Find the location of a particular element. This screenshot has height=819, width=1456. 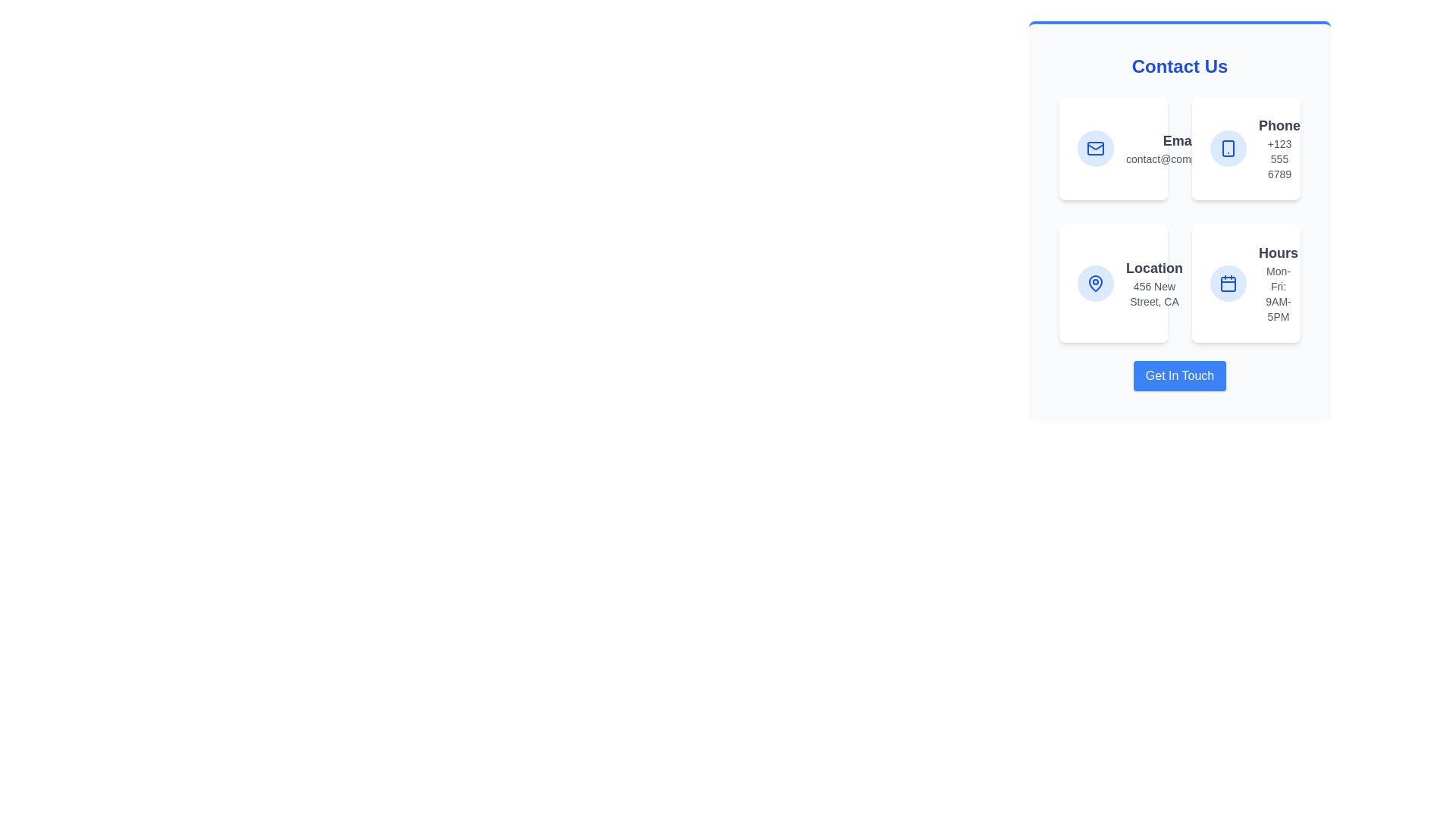

the email icon located in the upper-left position of the first card in the 'Contact Us' section, which visually accompanies the text labeled 'Email' is located at coordinates (1095, 149).